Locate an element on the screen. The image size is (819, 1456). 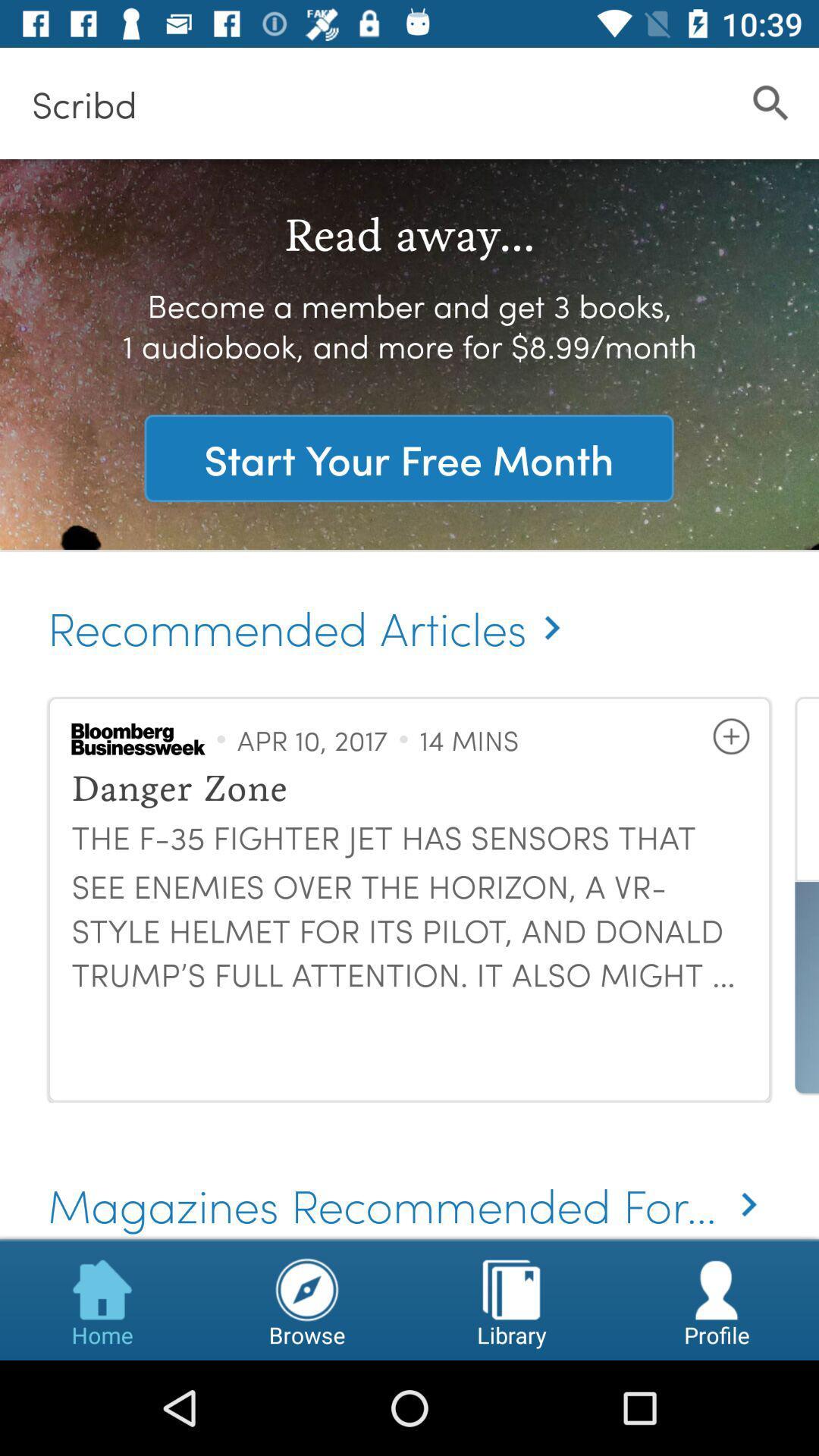
the item next to 14 mins icon is located at coordinates (730, 736).